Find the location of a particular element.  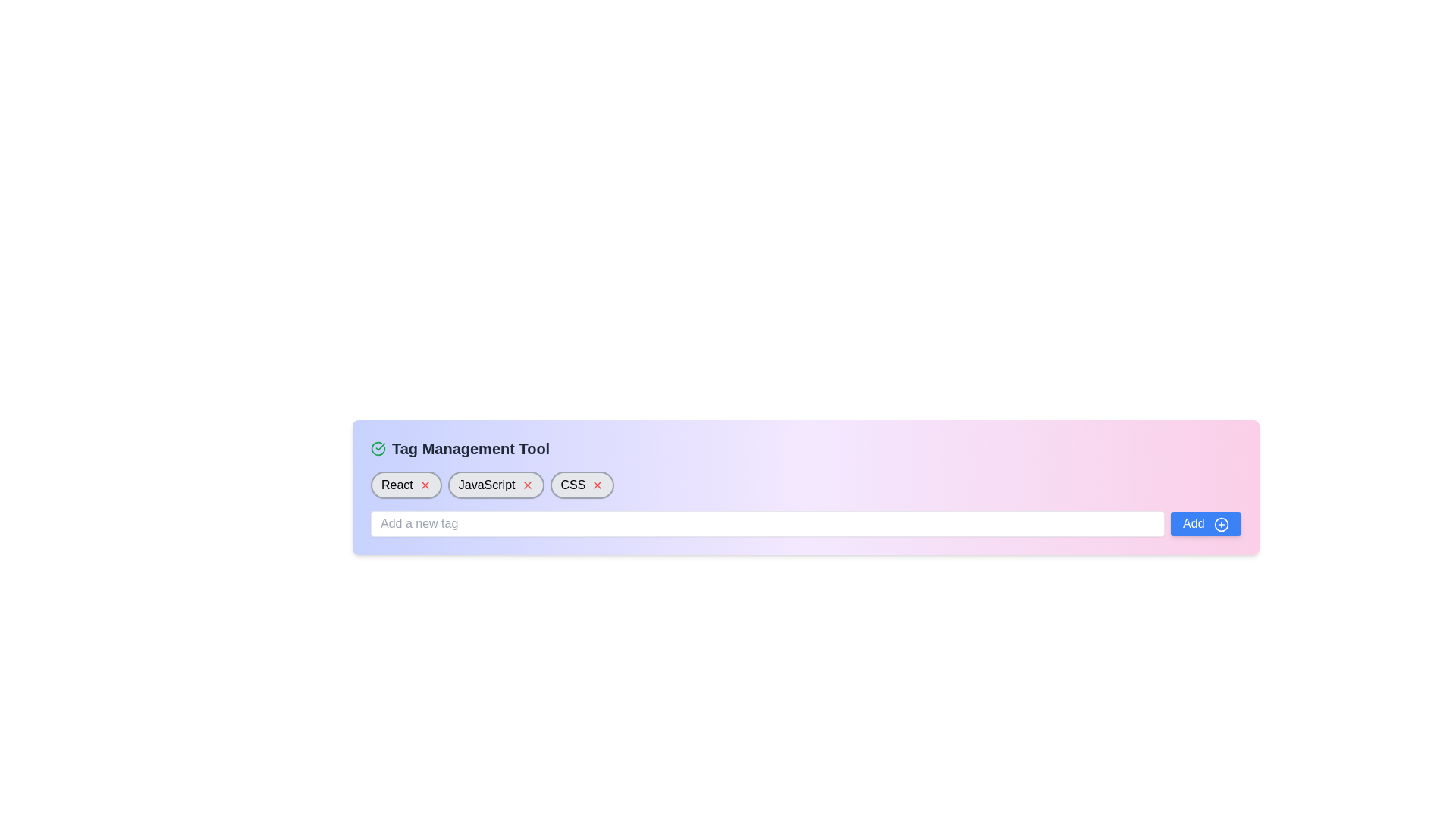

the success indicator icon located to the left of the 'Tag Management Tool' heading, which signifies a completed state is located at coordinates (378, 447).